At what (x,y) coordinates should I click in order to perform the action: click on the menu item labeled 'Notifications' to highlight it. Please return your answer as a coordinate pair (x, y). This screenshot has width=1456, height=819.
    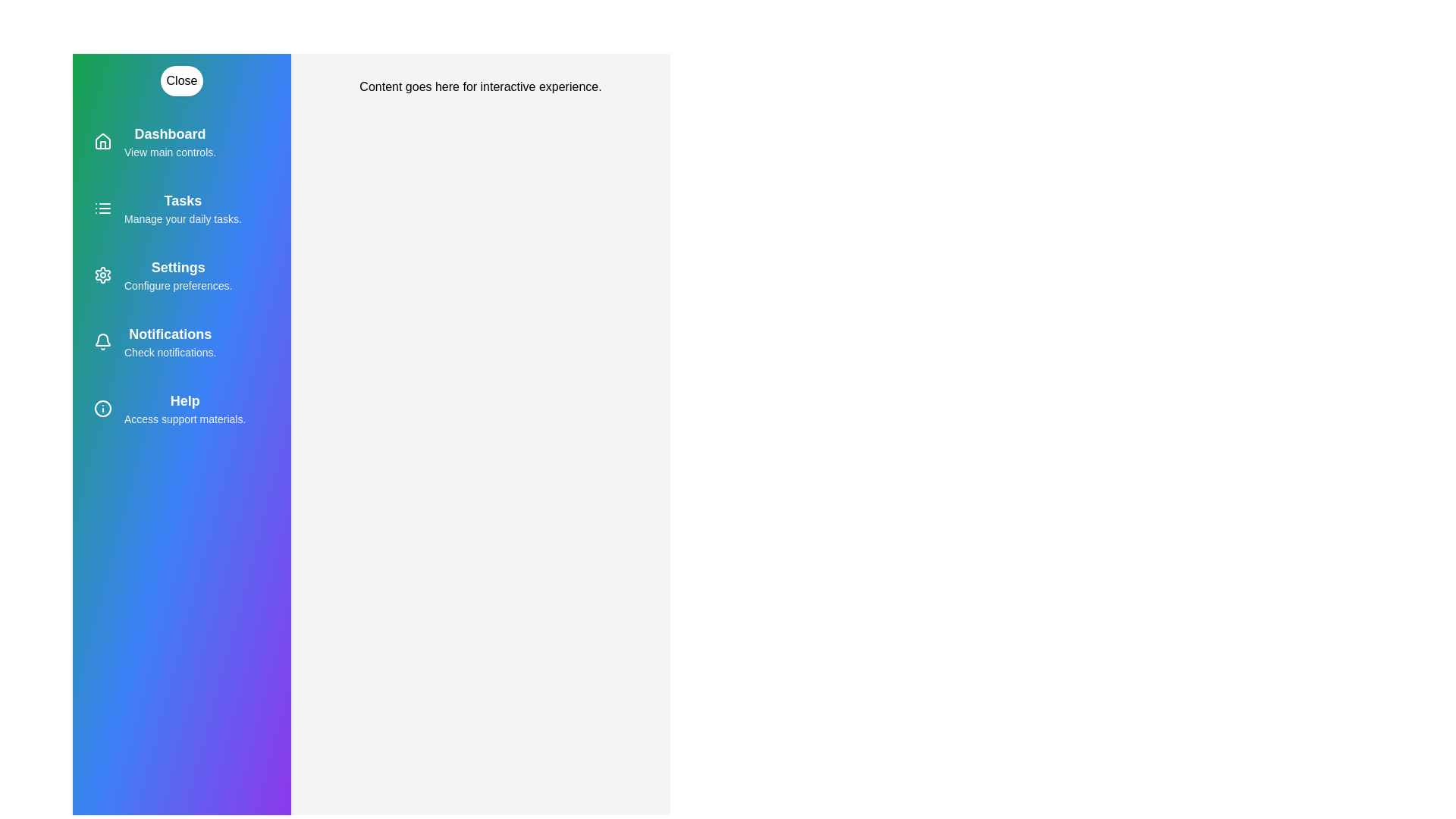
    Looking at the image, I should click on (182, 342).